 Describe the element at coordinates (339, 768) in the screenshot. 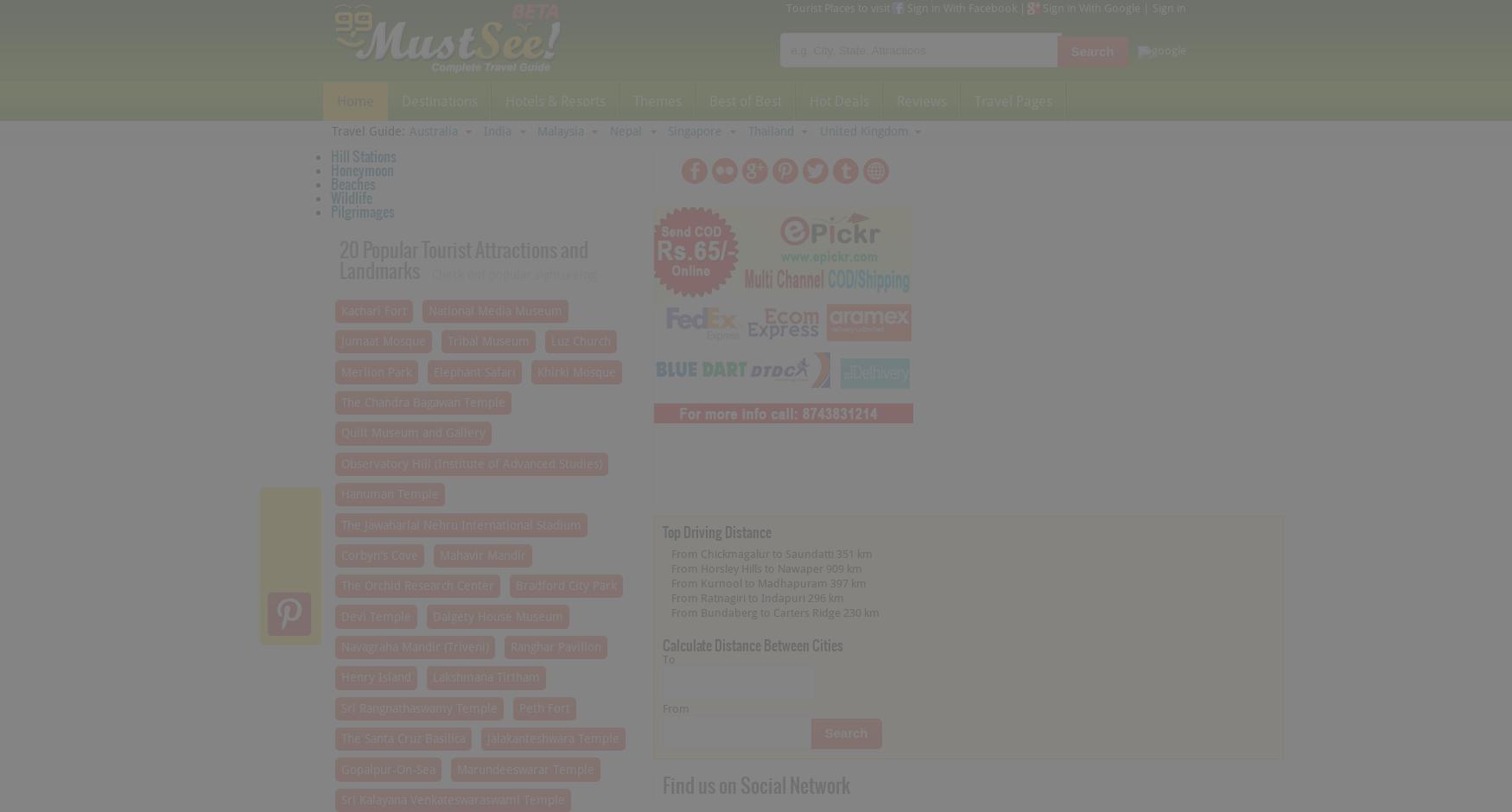

I see `'Gopalpur-On-Sea'` at that location.